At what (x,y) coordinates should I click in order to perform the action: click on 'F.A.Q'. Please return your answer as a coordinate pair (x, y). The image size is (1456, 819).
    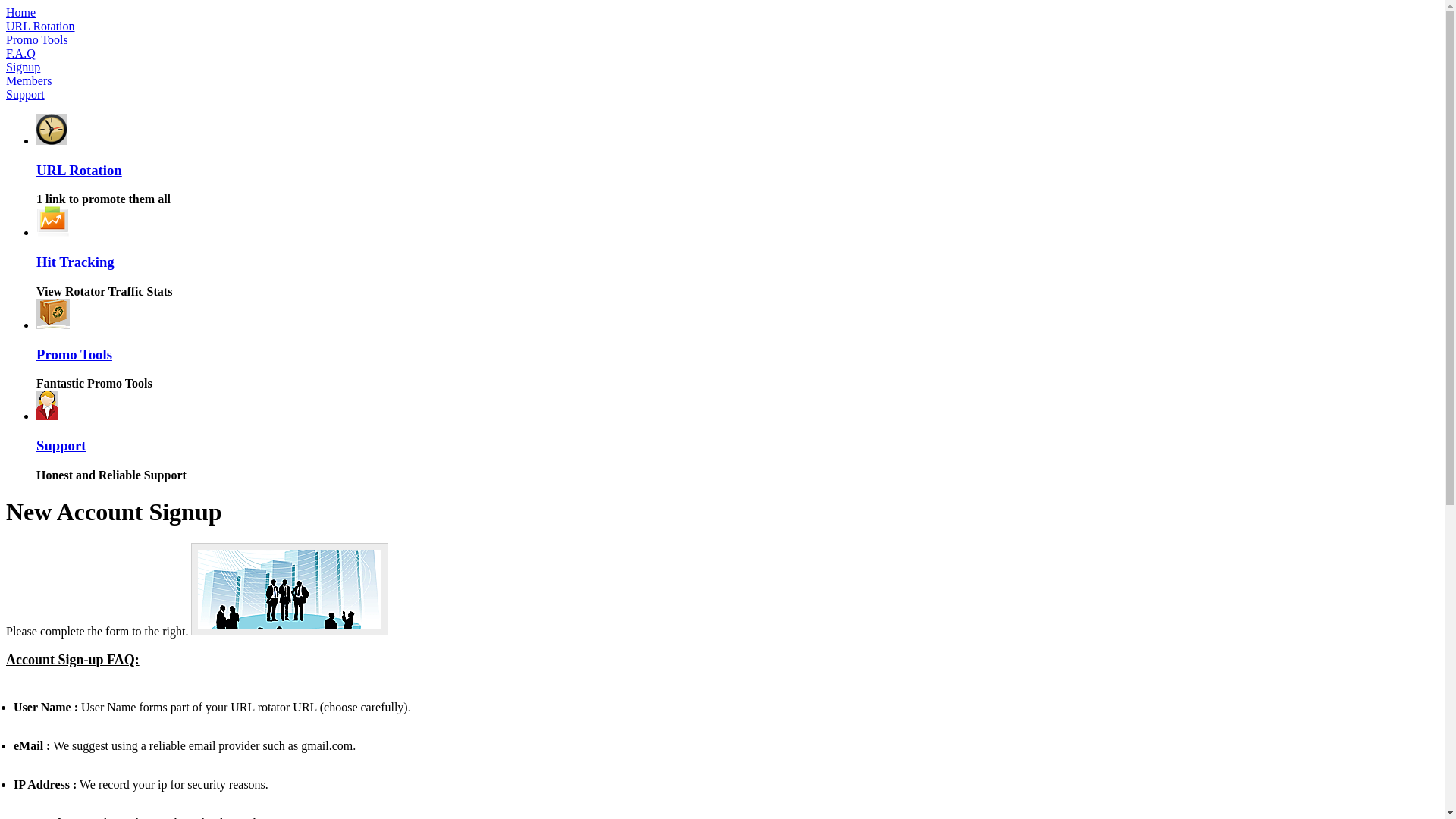
    Looking at the image, I should click on (20, 52).